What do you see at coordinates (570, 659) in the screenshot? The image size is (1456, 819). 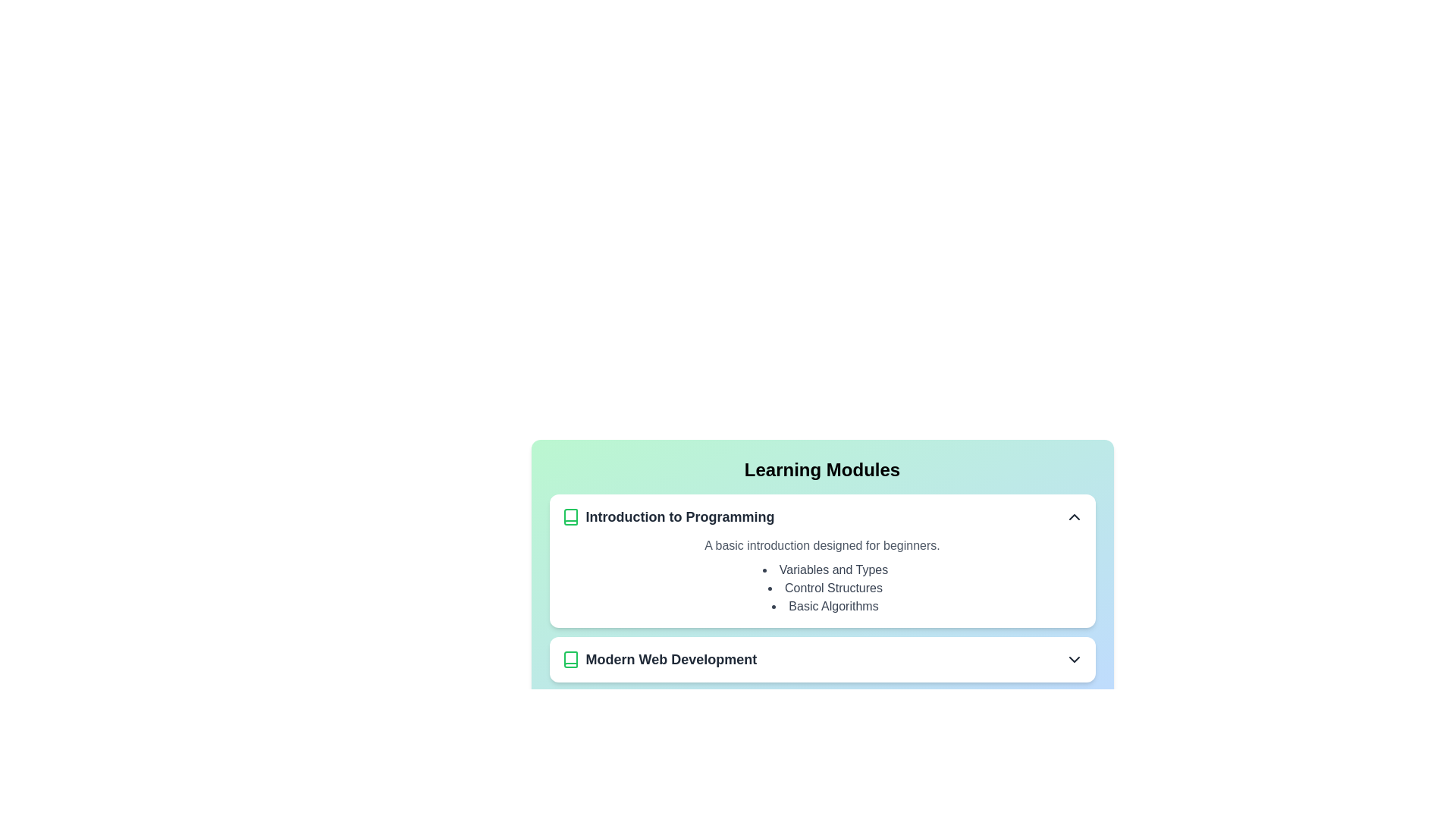 I see `the open book icon within the 'Modern Web Development' card, which is styled with a square outline and gradient fill` at bounding box center [570, 659].